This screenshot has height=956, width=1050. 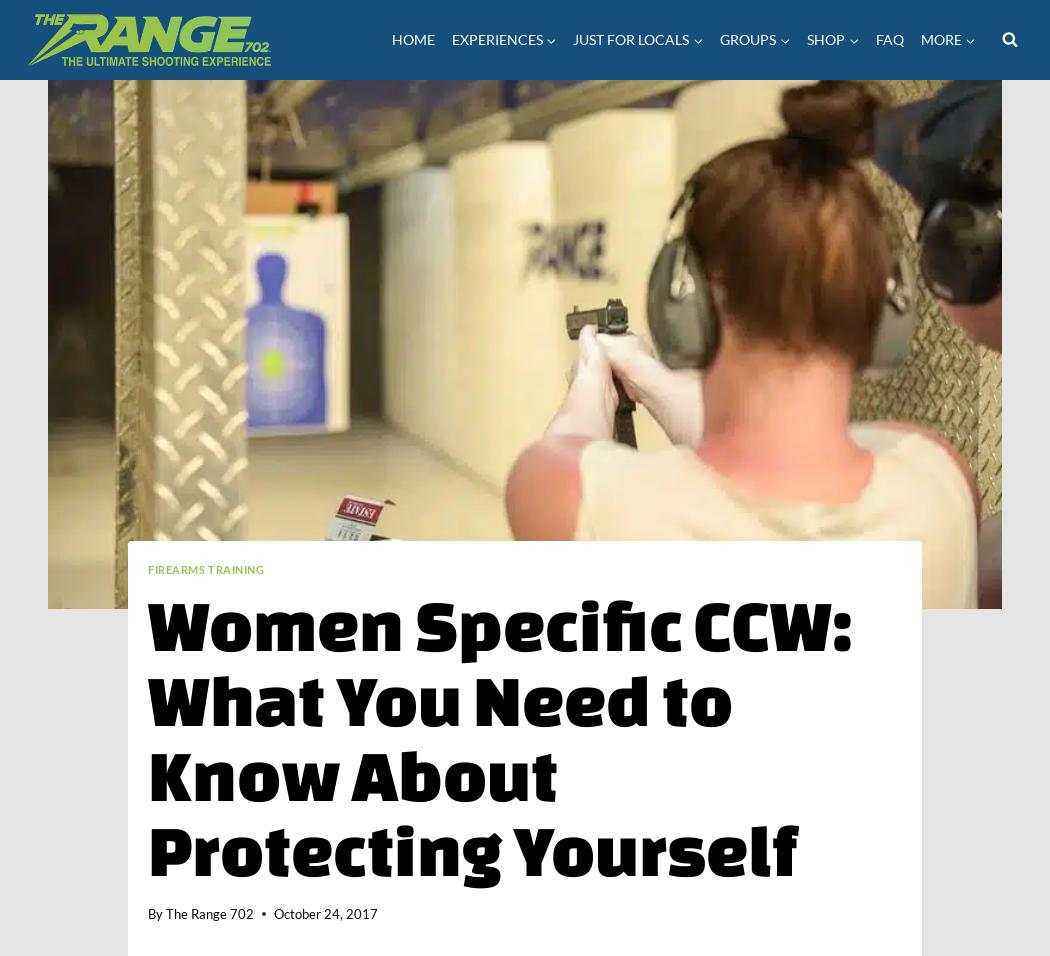 I want to click on 'Home', so click(x=412, y=37).